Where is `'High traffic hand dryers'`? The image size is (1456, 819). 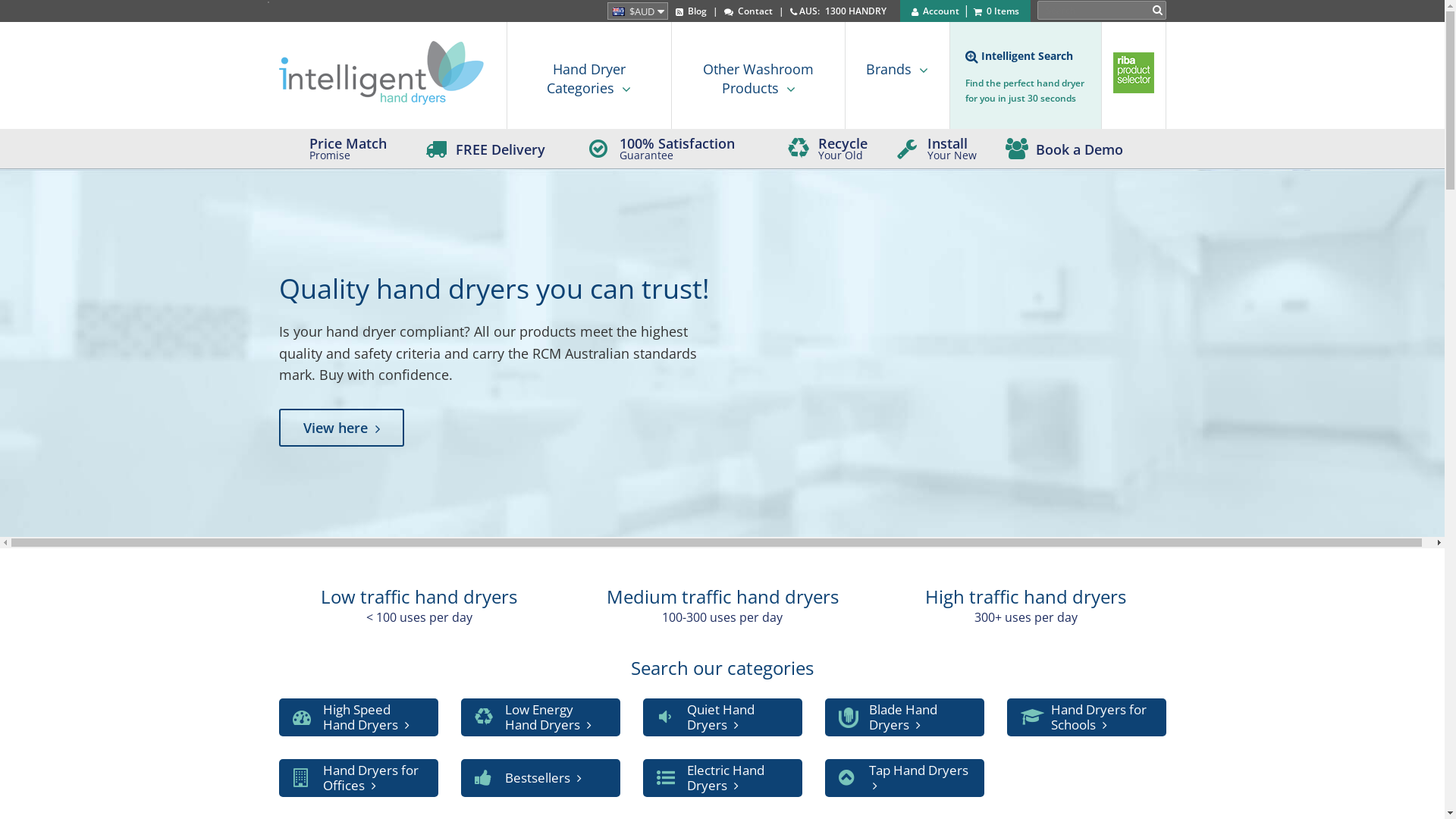 'High traffic hand dryers' is located at coordinates (1025, 595).